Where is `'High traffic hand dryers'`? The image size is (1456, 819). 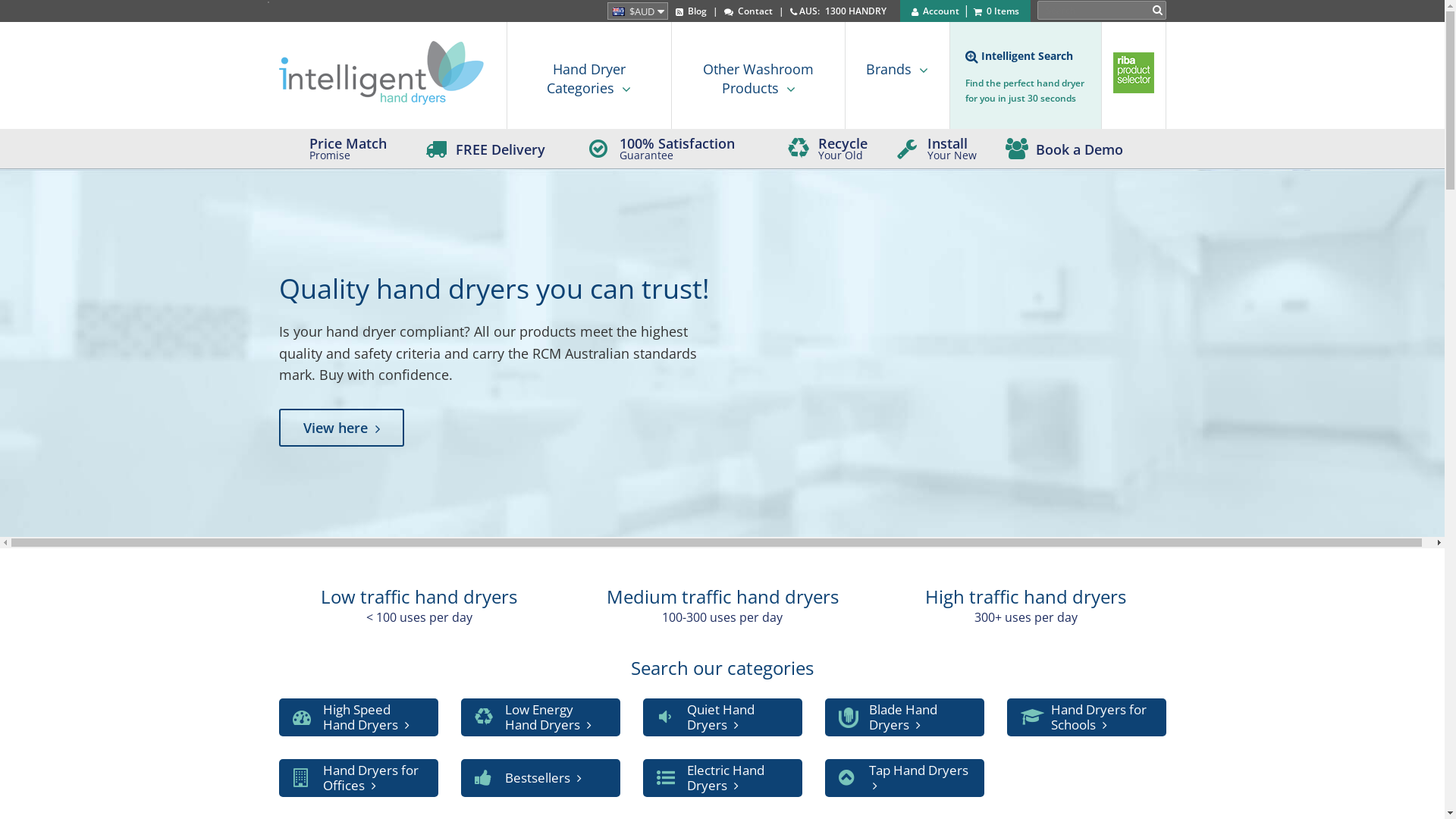 'High traffic hand dryers' is located at coordinates (1025, 595).